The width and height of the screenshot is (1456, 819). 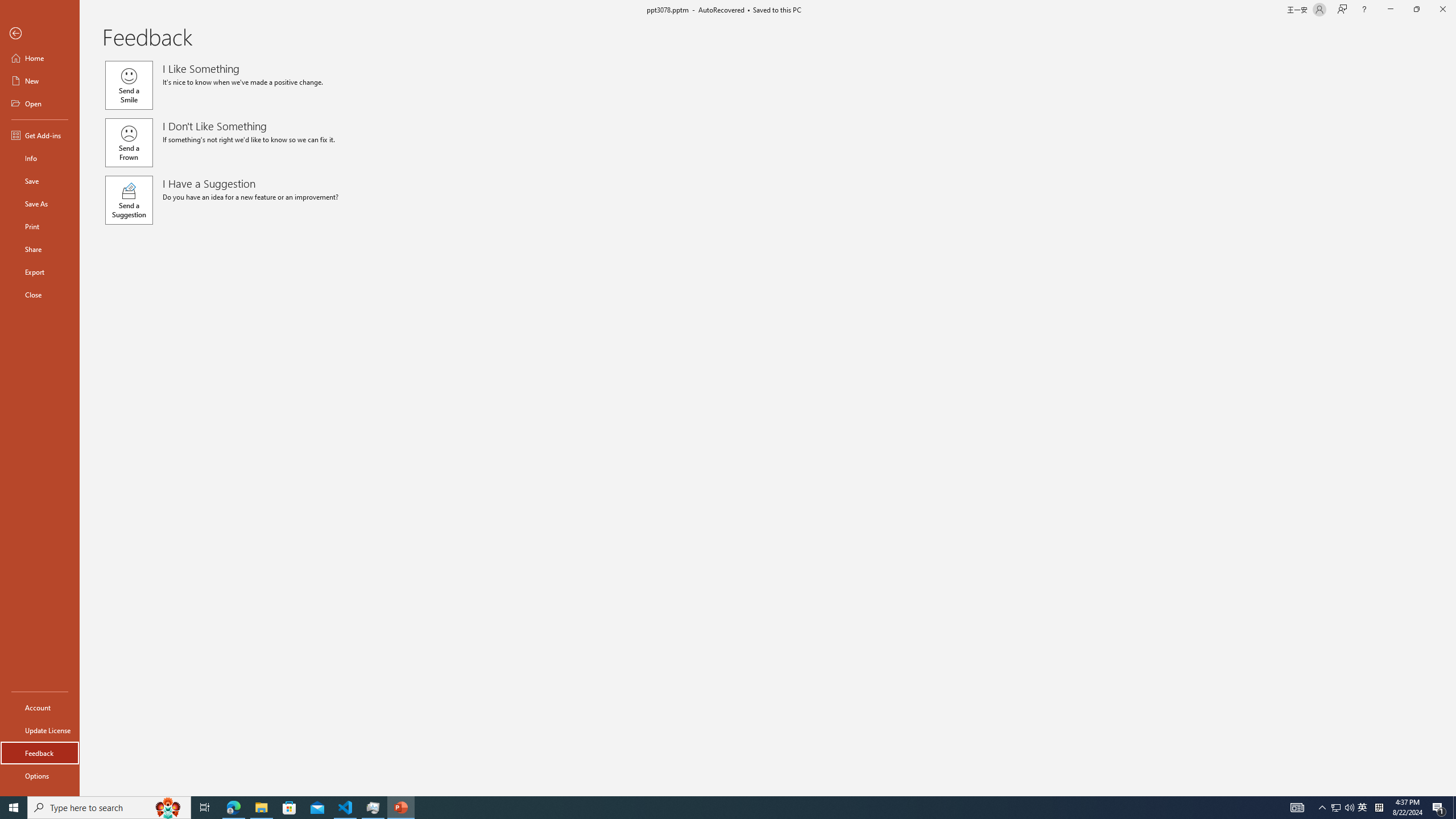 I want to click on 'Update License', so click(x=39, y=730).